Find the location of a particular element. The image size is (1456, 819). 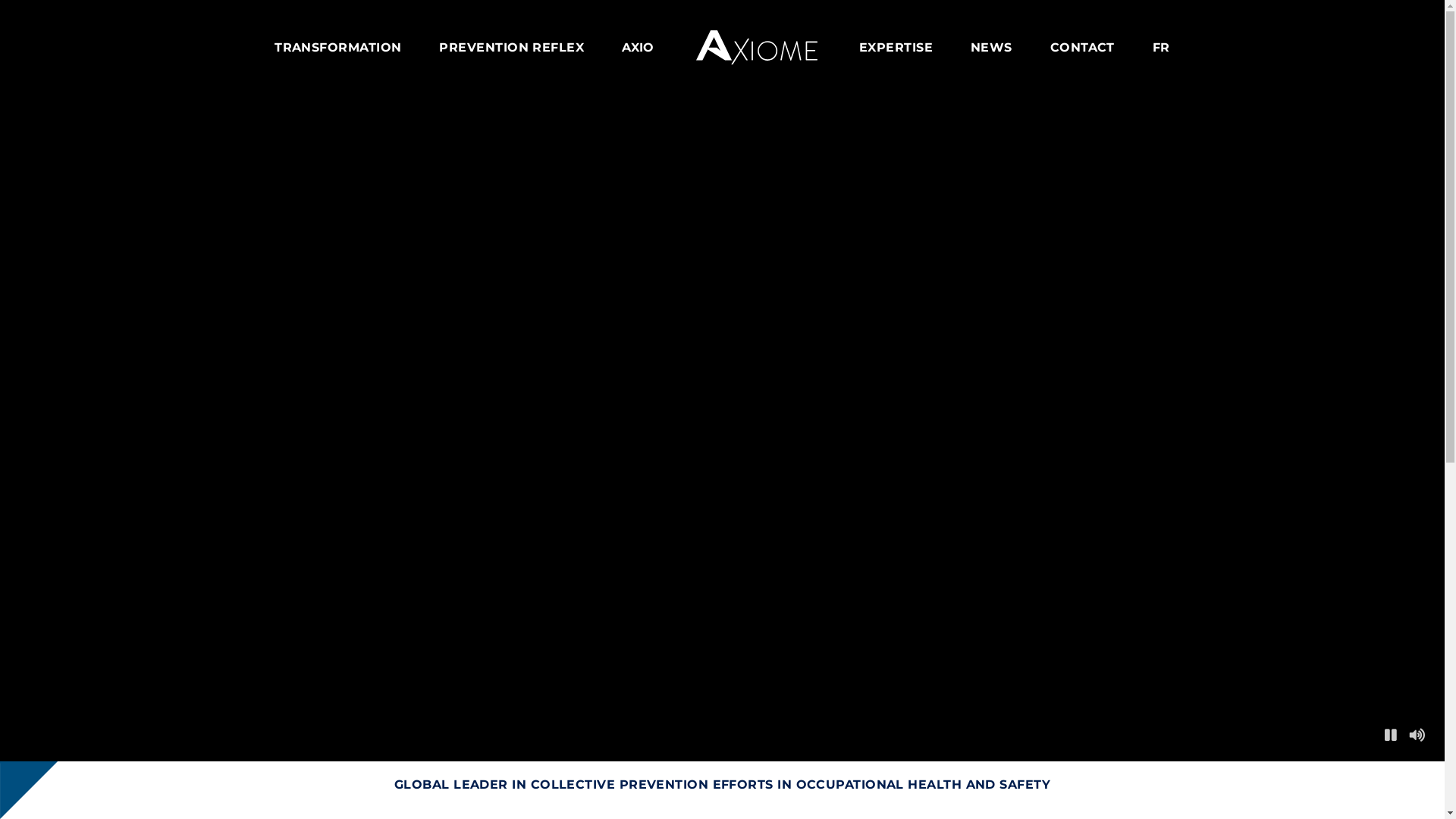

'CONTACT' is located at coordinates (1081, 47).